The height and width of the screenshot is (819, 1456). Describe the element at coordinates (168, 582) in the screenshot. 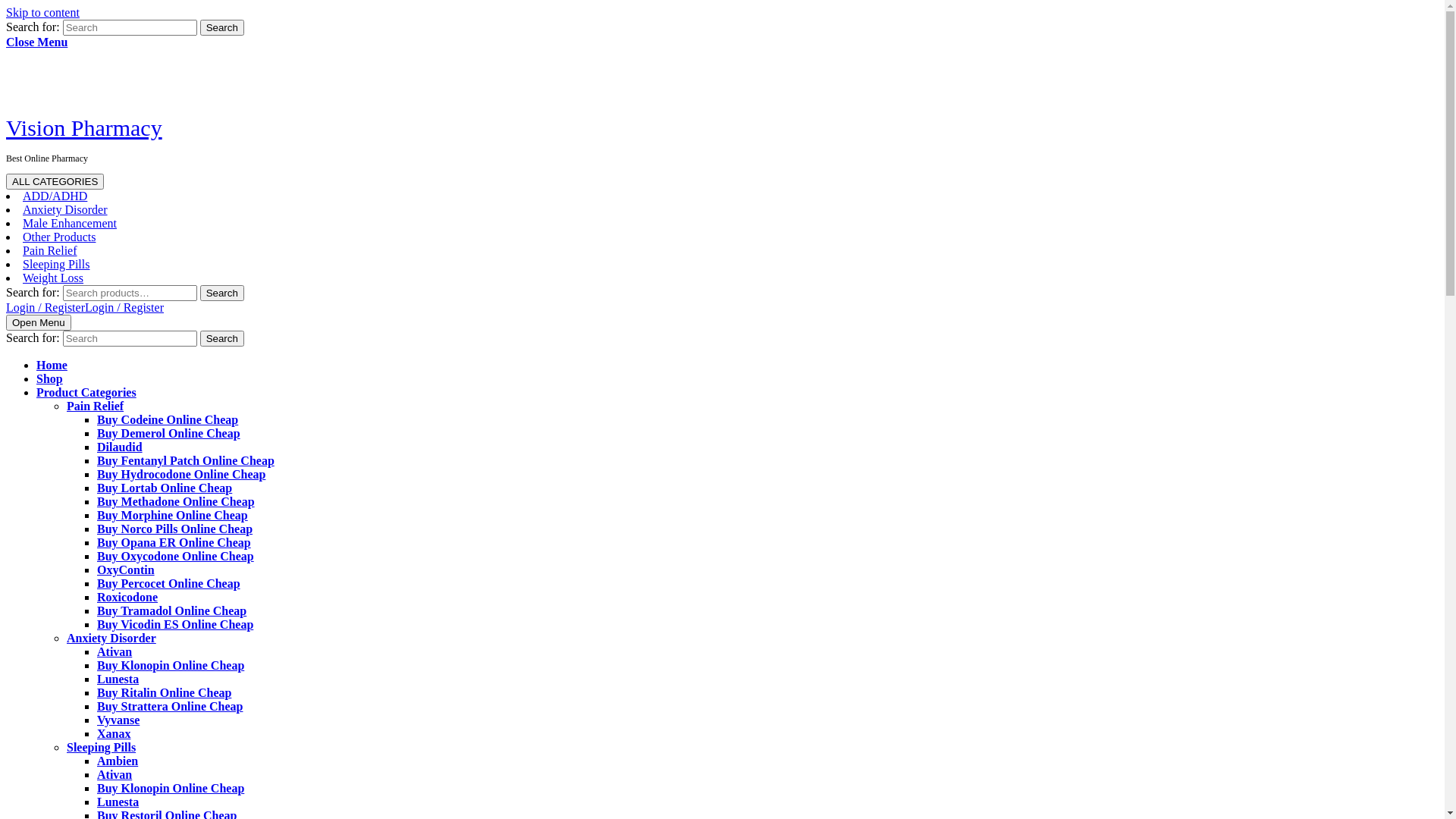

I see `'Buy Percocet Online Cheap'` at that location.